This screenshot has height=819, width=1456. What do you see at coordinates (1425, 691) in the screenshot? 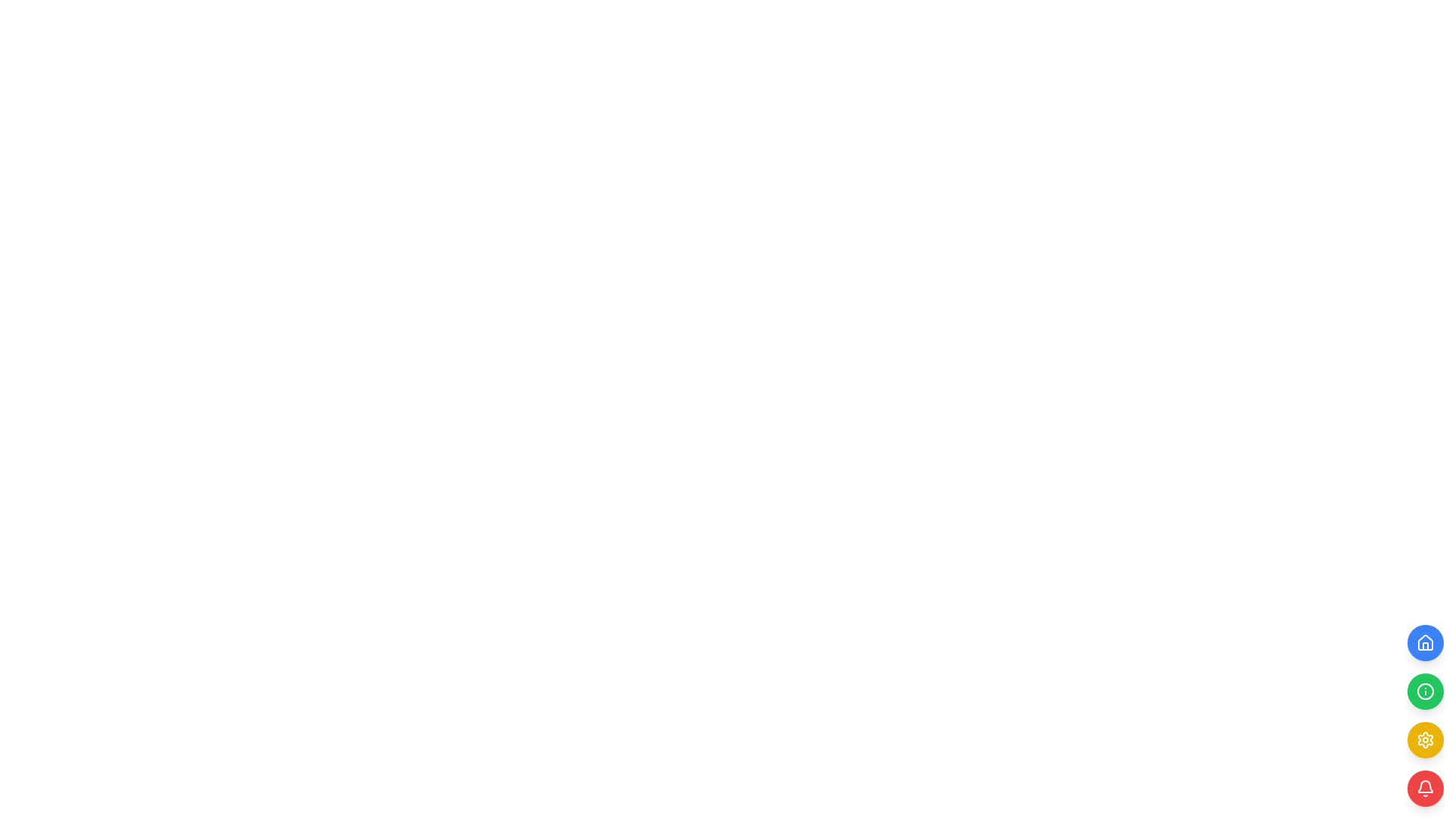
I see `the third circular icon in the vertical menu on the right side of the interface` at bounding box center [1425, 691].